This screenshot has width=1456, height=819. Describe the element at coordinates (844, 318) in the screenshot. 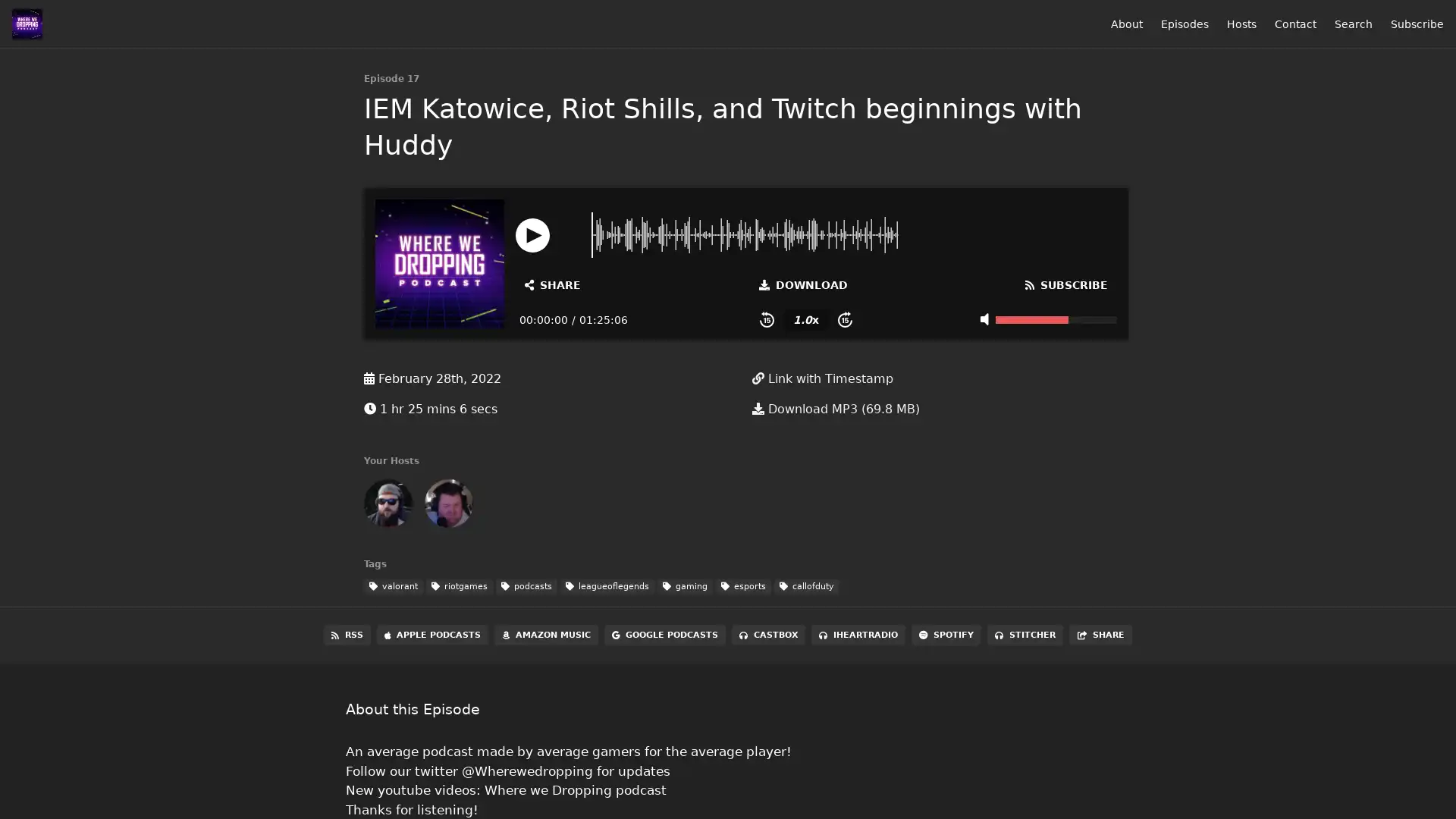

I see `Skip Forward 15 Seconds` at that location.